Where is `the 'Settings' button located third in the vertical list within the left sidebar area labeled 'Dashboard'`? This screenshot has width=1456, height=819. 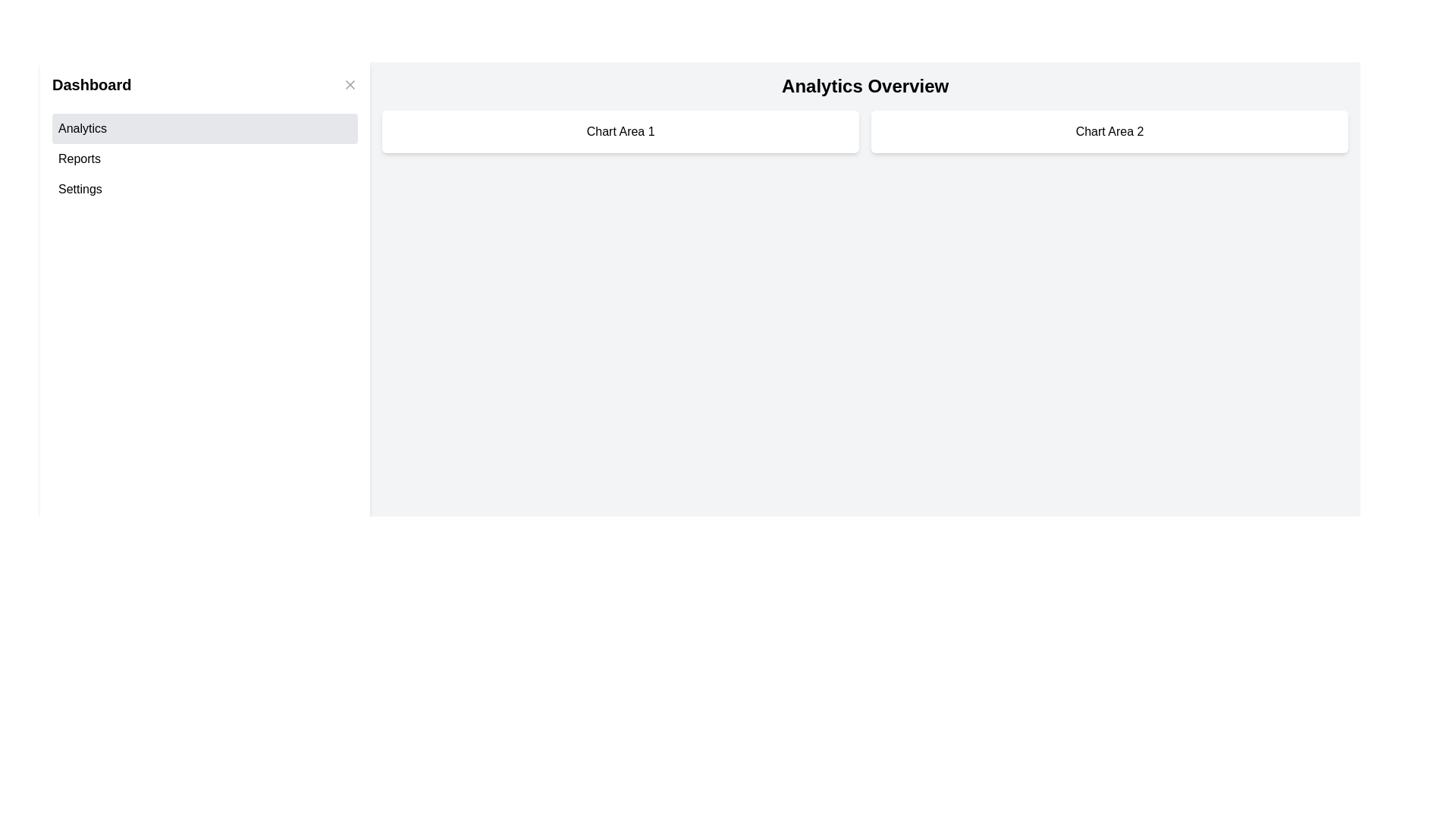 the 'Settings' button located third in the vertical list within the left sidebar area labeled 'Dashboard' is located at coordinates (204, 189).